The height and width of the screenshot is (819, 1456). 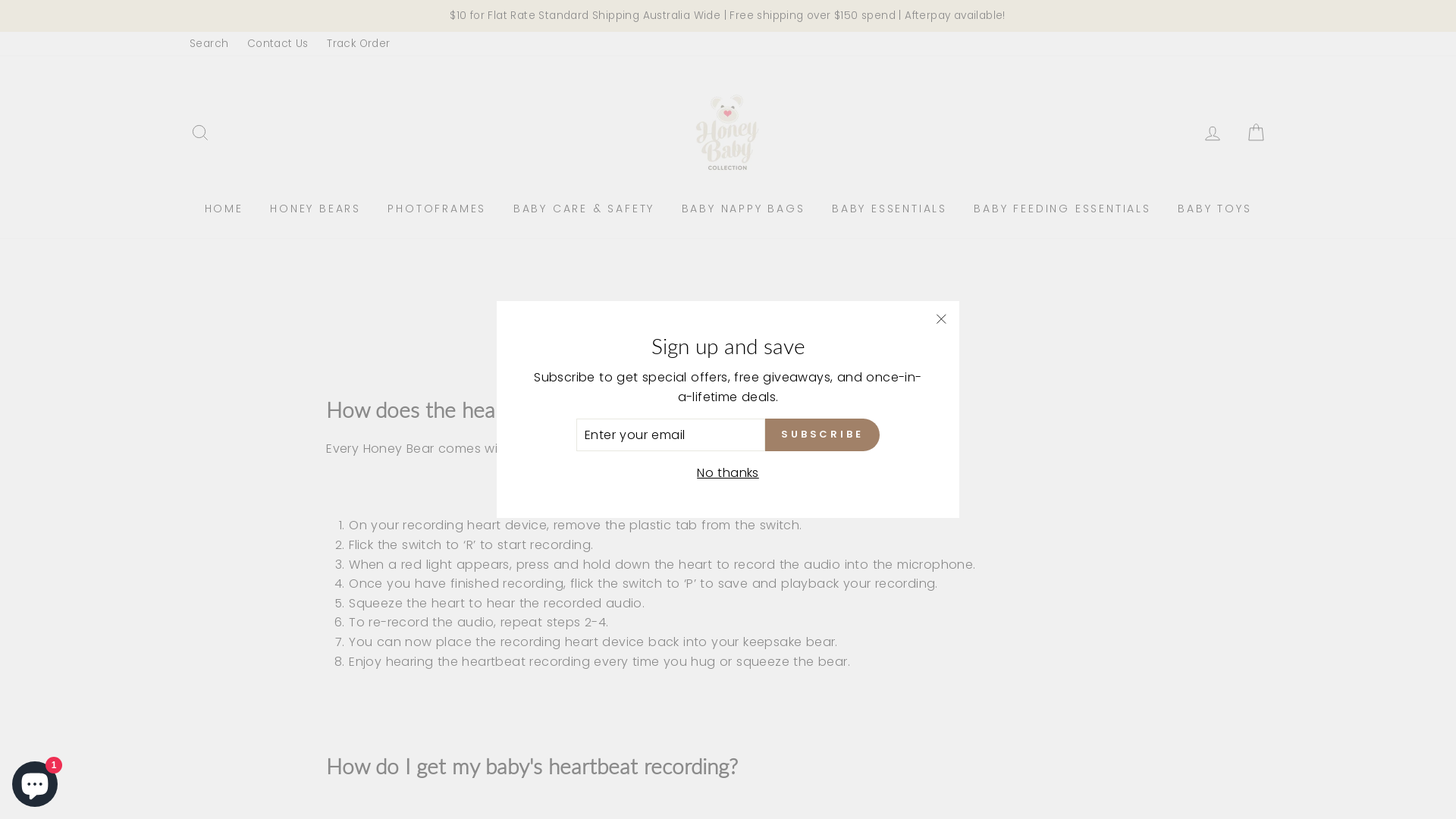 What do you see at coordinates (1214, 208) in the screenshot?
I see `'BABY TOYS'` at bounding box center [1214, 208].